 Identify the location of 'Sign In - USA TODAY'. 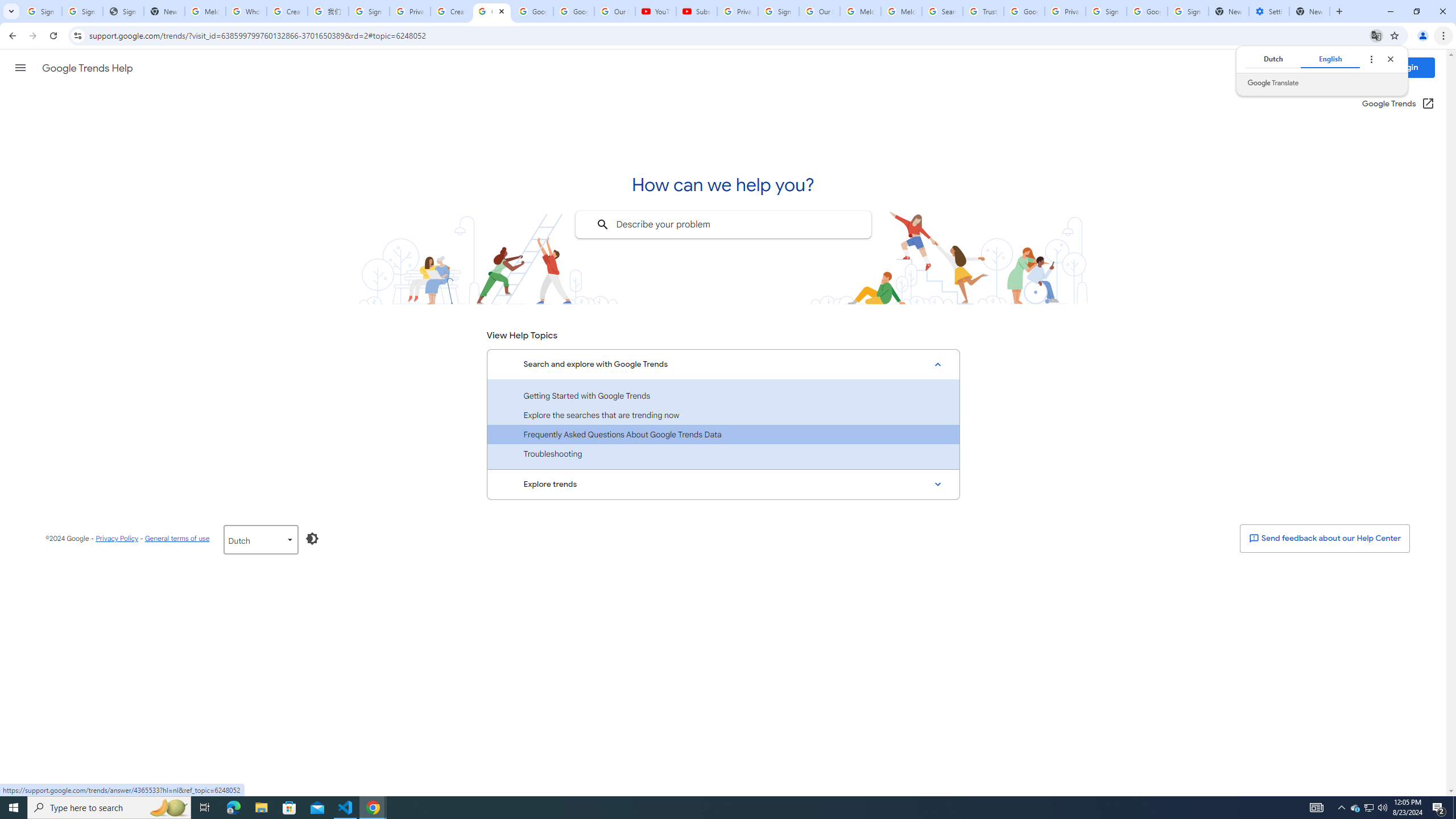
(123, 11).